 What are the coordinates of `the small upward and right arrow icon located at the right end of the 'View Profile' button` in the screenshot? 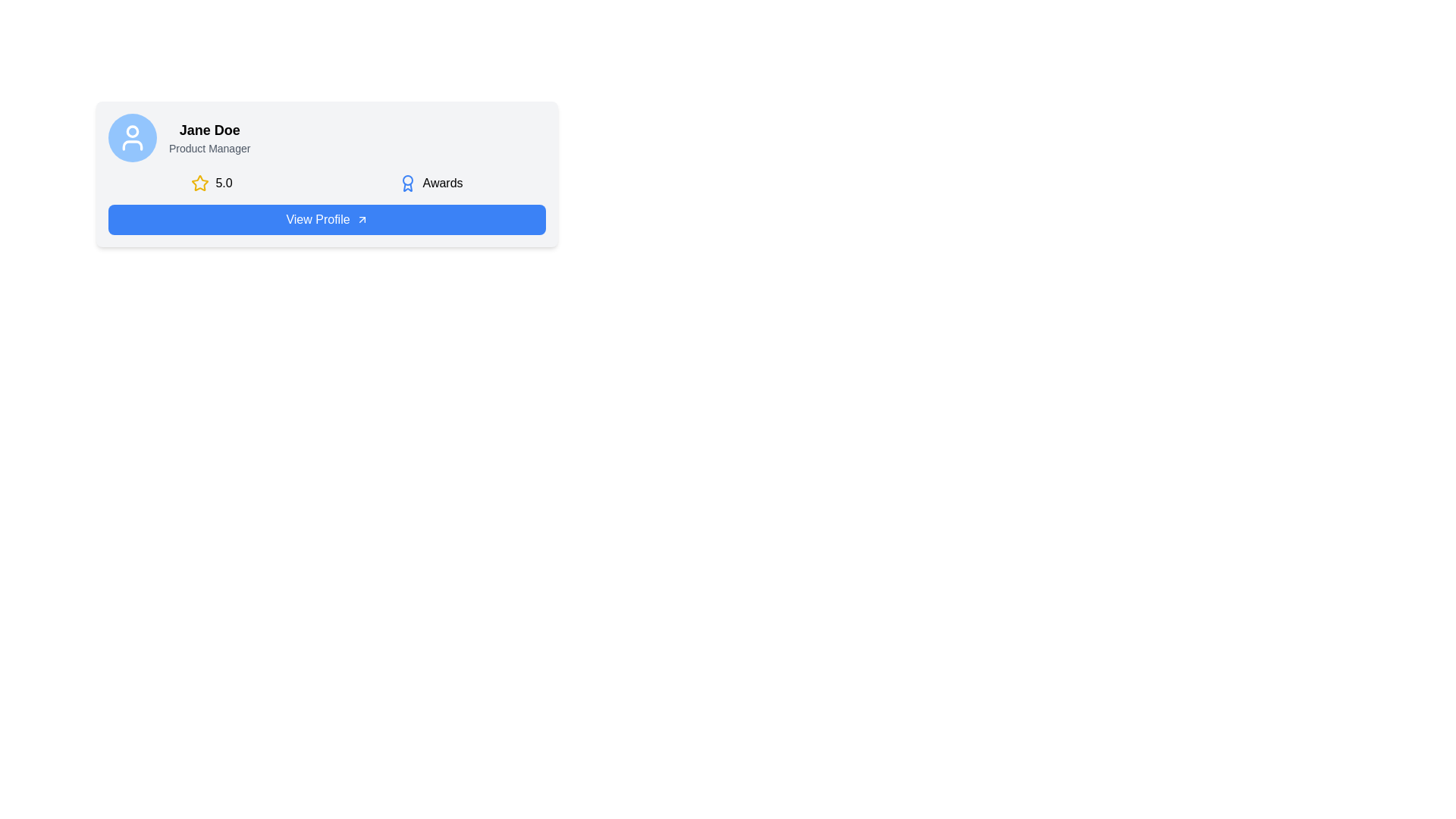 It's located at (361, 219).